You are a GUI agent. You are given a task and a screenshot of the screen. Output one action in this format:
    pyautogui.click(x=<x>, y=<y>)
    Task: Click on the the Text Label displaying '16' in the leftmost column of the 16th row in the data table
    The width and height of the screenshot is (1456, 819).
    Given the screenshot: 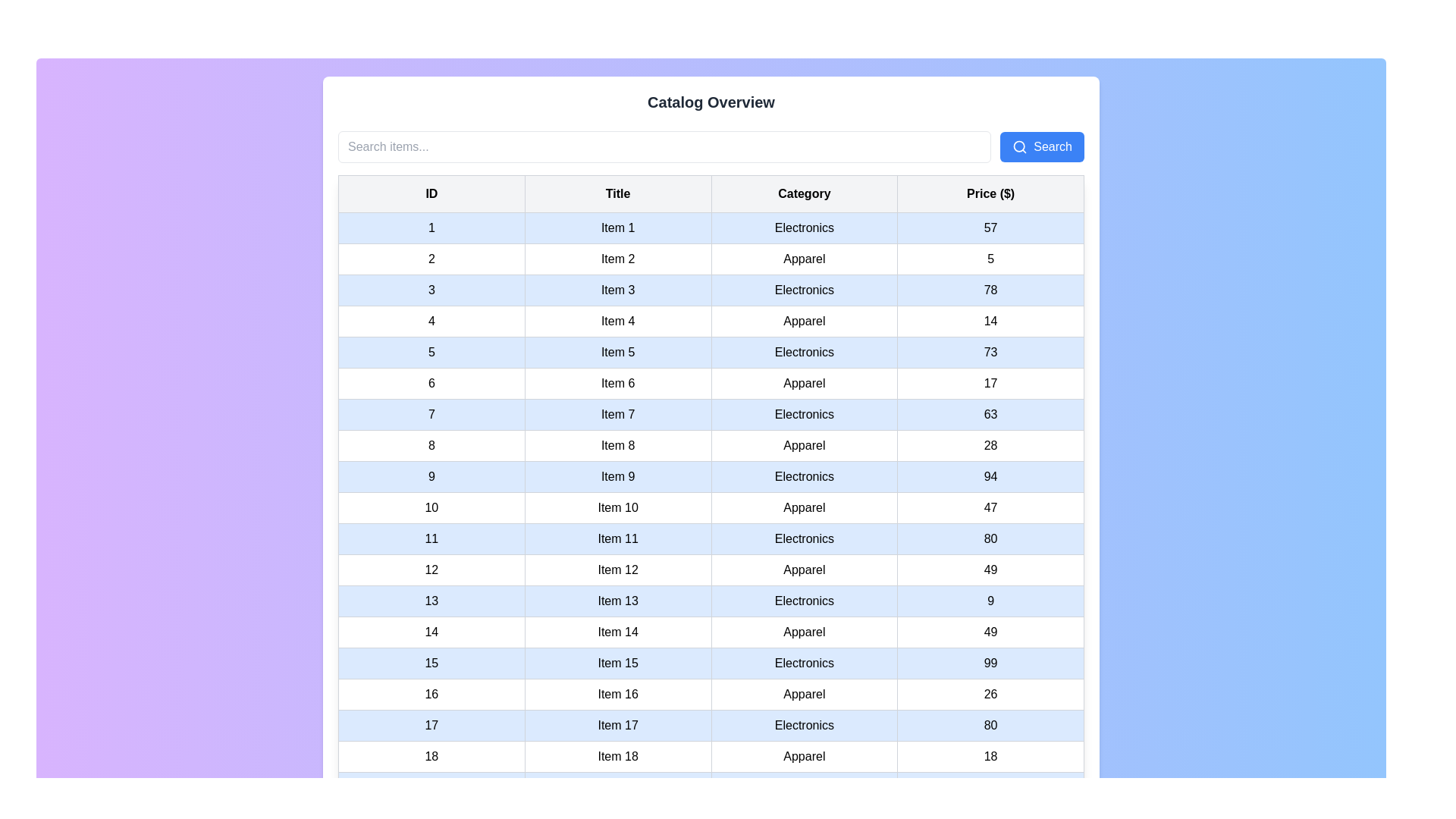 What is the action you would take?
    pyautogui.click(x=431, y=694)
    